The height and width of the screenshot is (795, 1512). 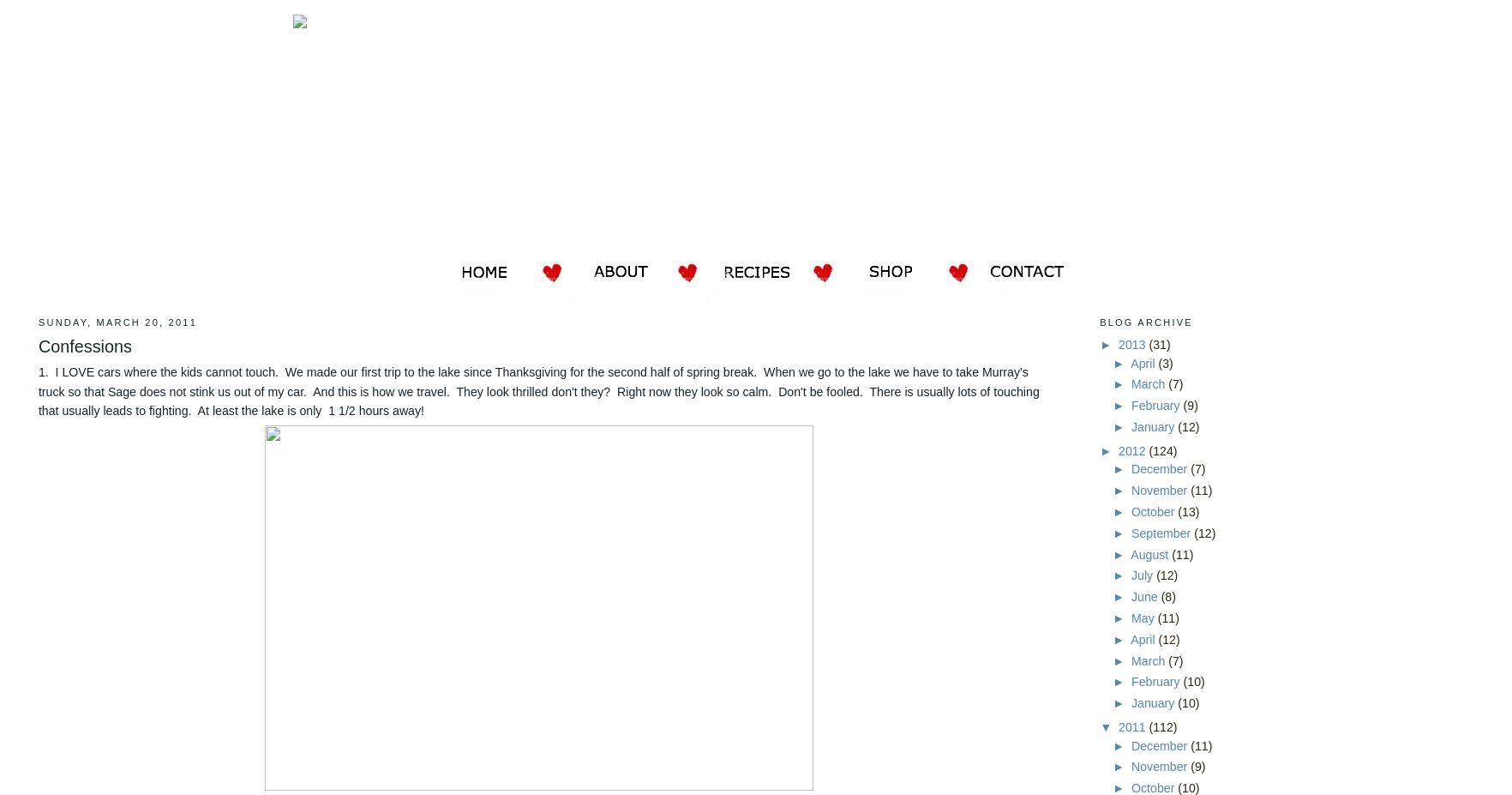 What do you see at coordinates (1162, 450) in the screenshot?
I see `'(124)'` at bounding box center [1162, 450].